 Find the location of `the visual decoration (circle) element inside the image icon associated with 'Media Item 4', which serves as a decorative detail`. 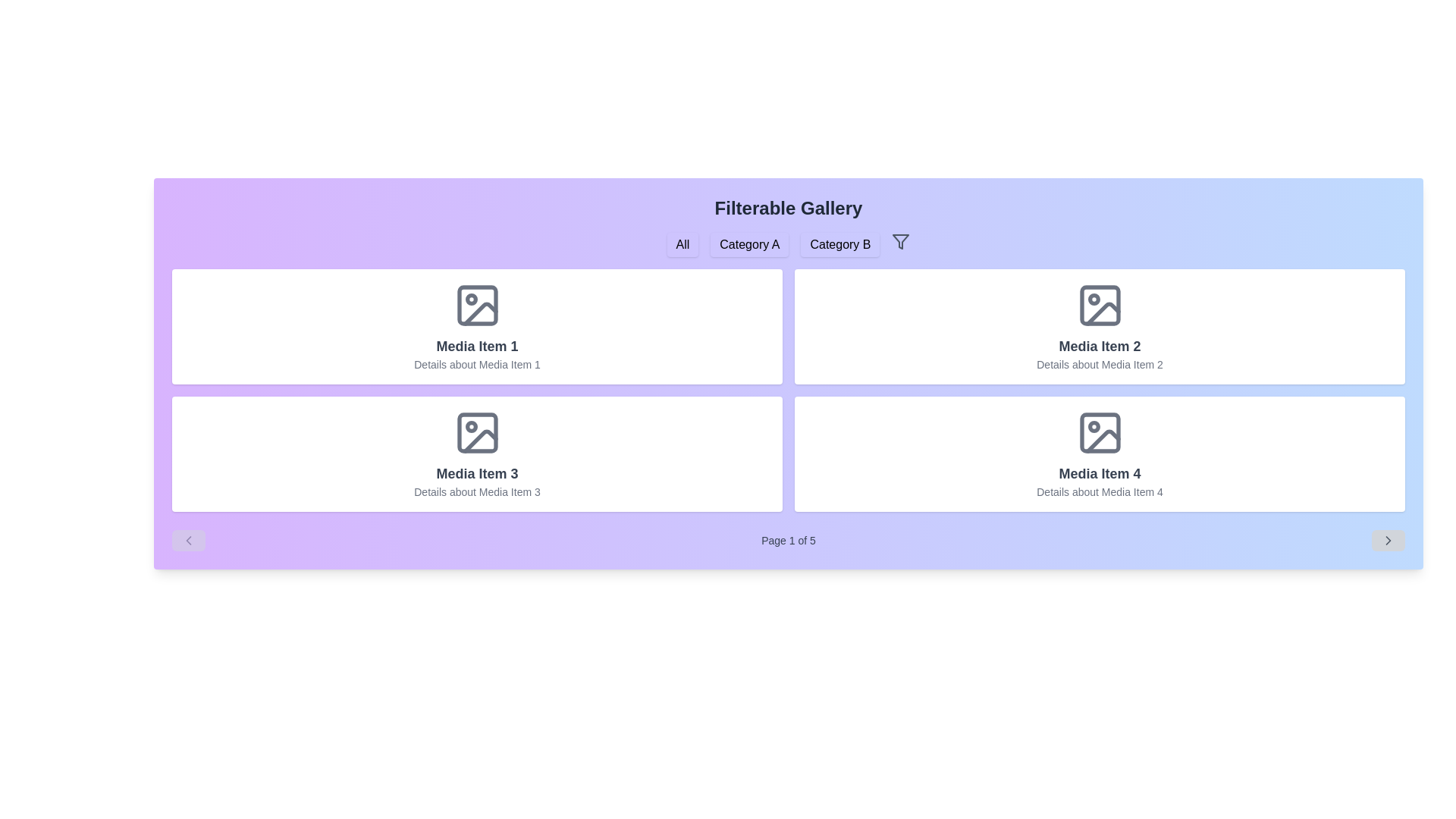

the visual decoration (circle) element inside the image icon associated with 'Media Item 4', which serves as a decorative detail is located at coordinates (1094, 427).